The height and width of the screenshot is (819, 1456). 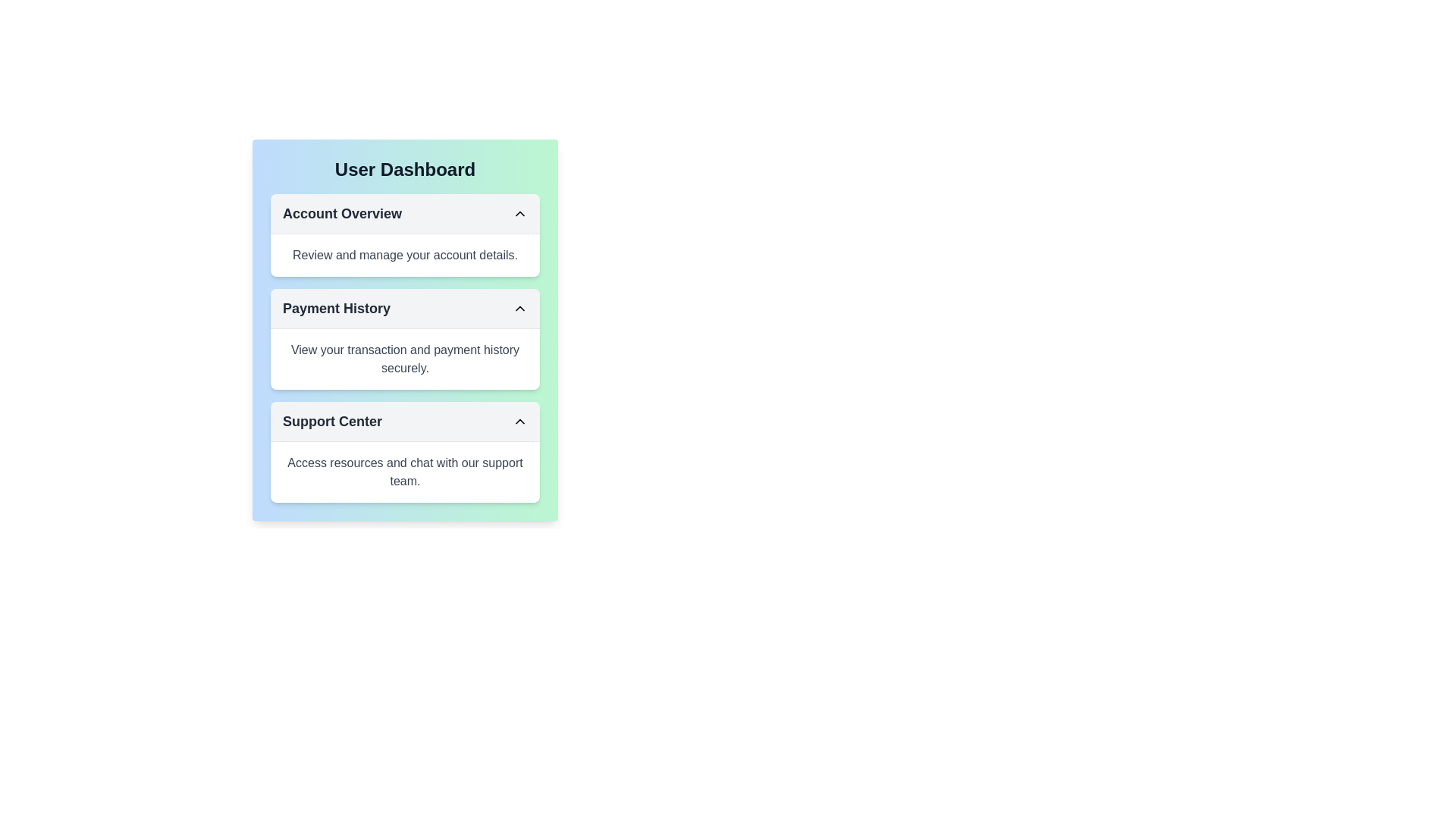 What do you see at coordinates (405, 359) in the screenshot?
I see `the text label that displays 'View your transaction and payment history securely.' located in the 'Payment History' section of the card layout` at bounding box center [405, 359].